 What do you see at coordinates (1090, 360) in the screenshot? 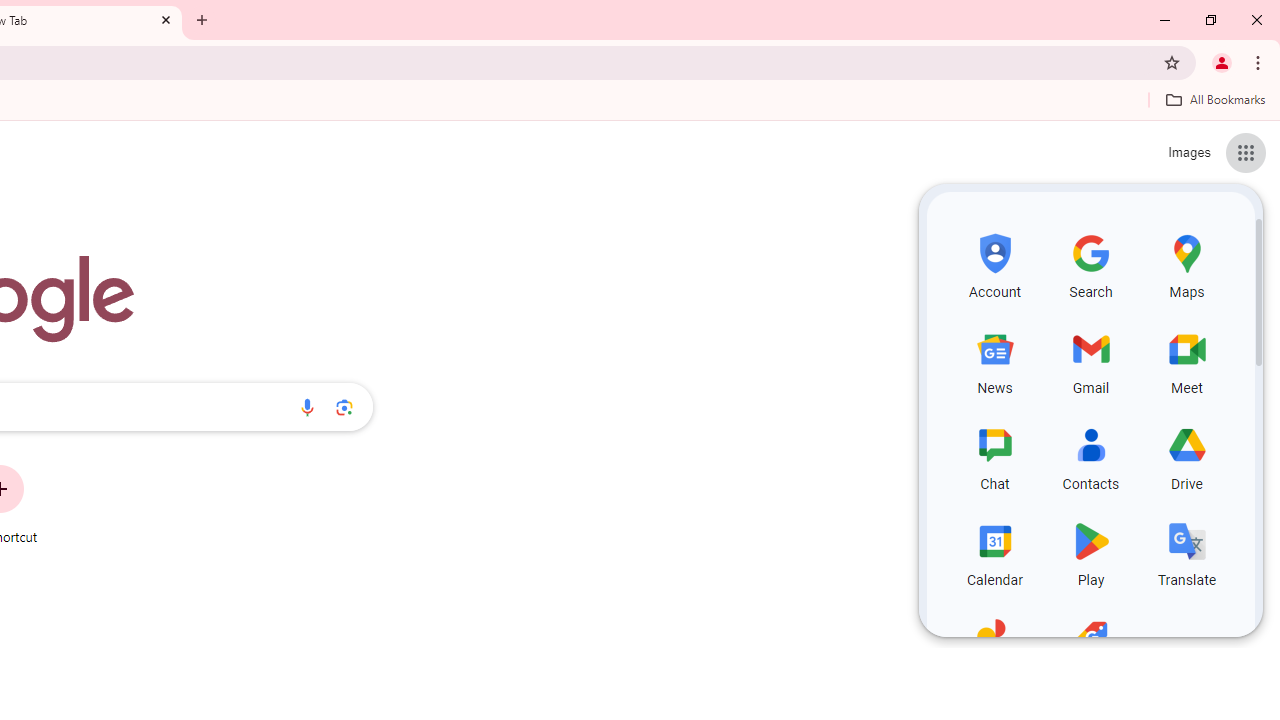
I see `'Gmail, row 2 of 5 and column 2 of 3 in the first section'` at bounding box center [1090, 360].